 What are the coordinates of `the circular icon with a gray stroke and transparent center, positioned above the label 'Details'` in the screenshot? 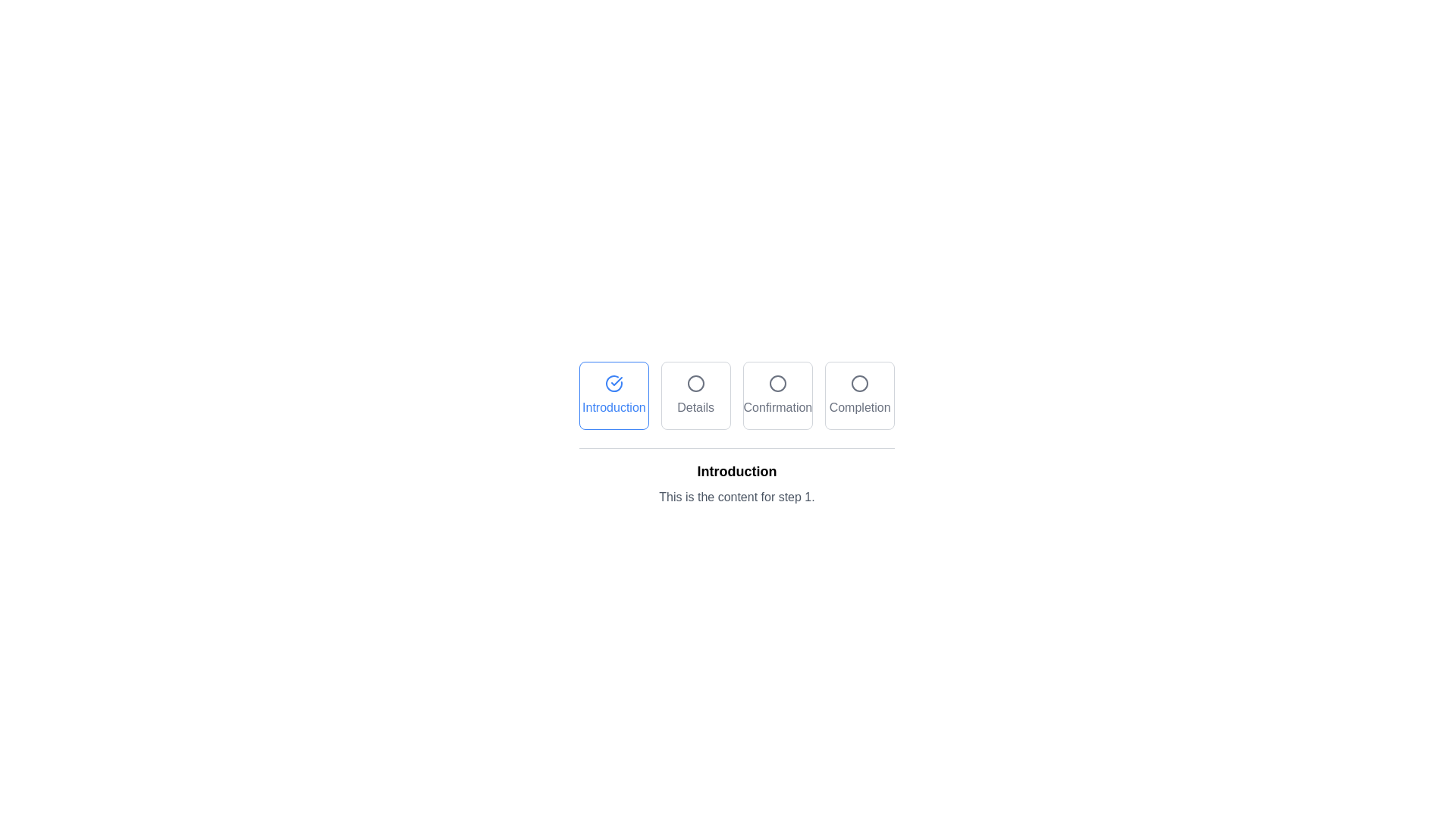 It's located at (695, 382).